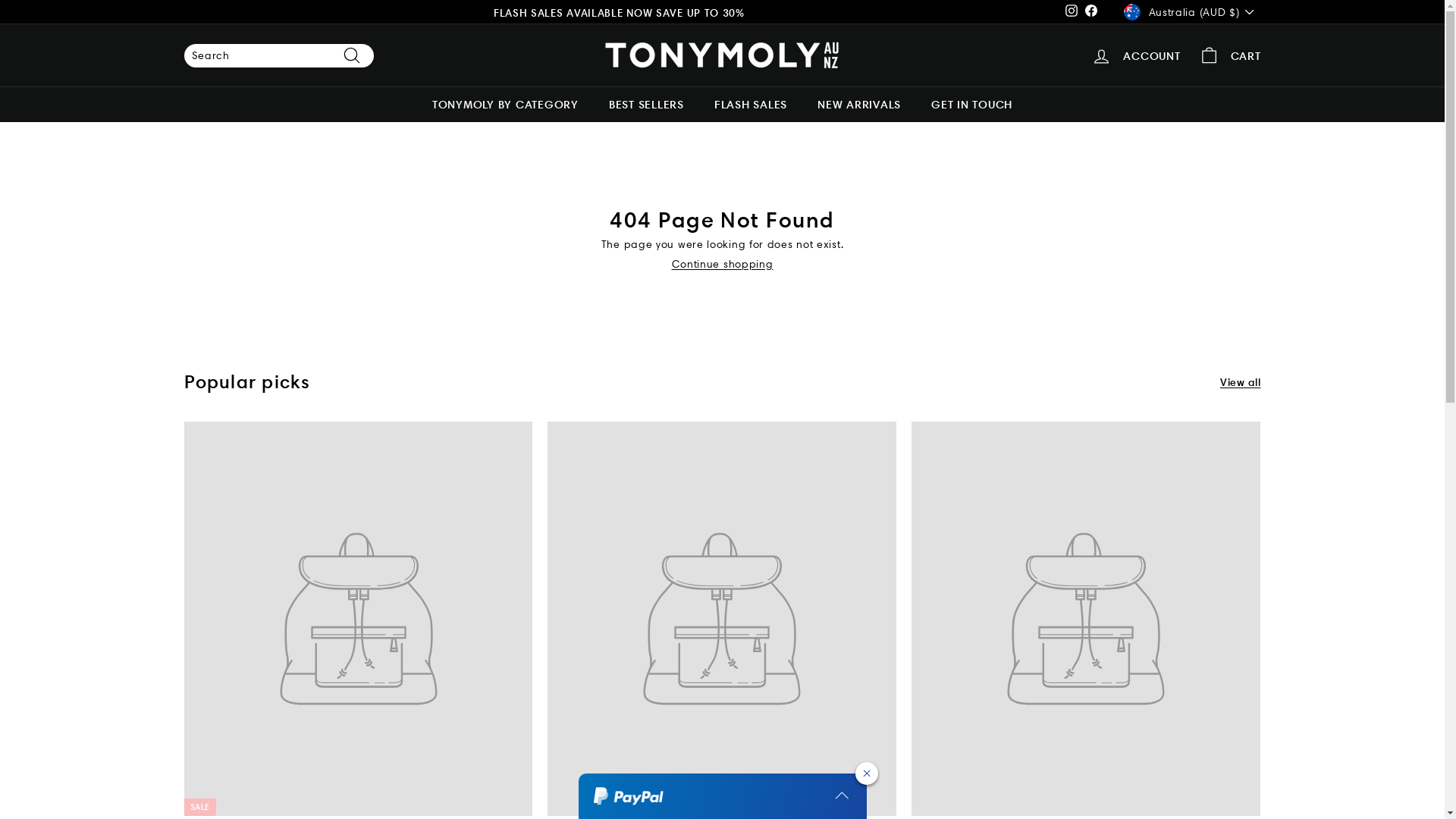  Describe the element at coordinates (671, 262) in the screenshot. I see `'Continue shopping'` at that location.